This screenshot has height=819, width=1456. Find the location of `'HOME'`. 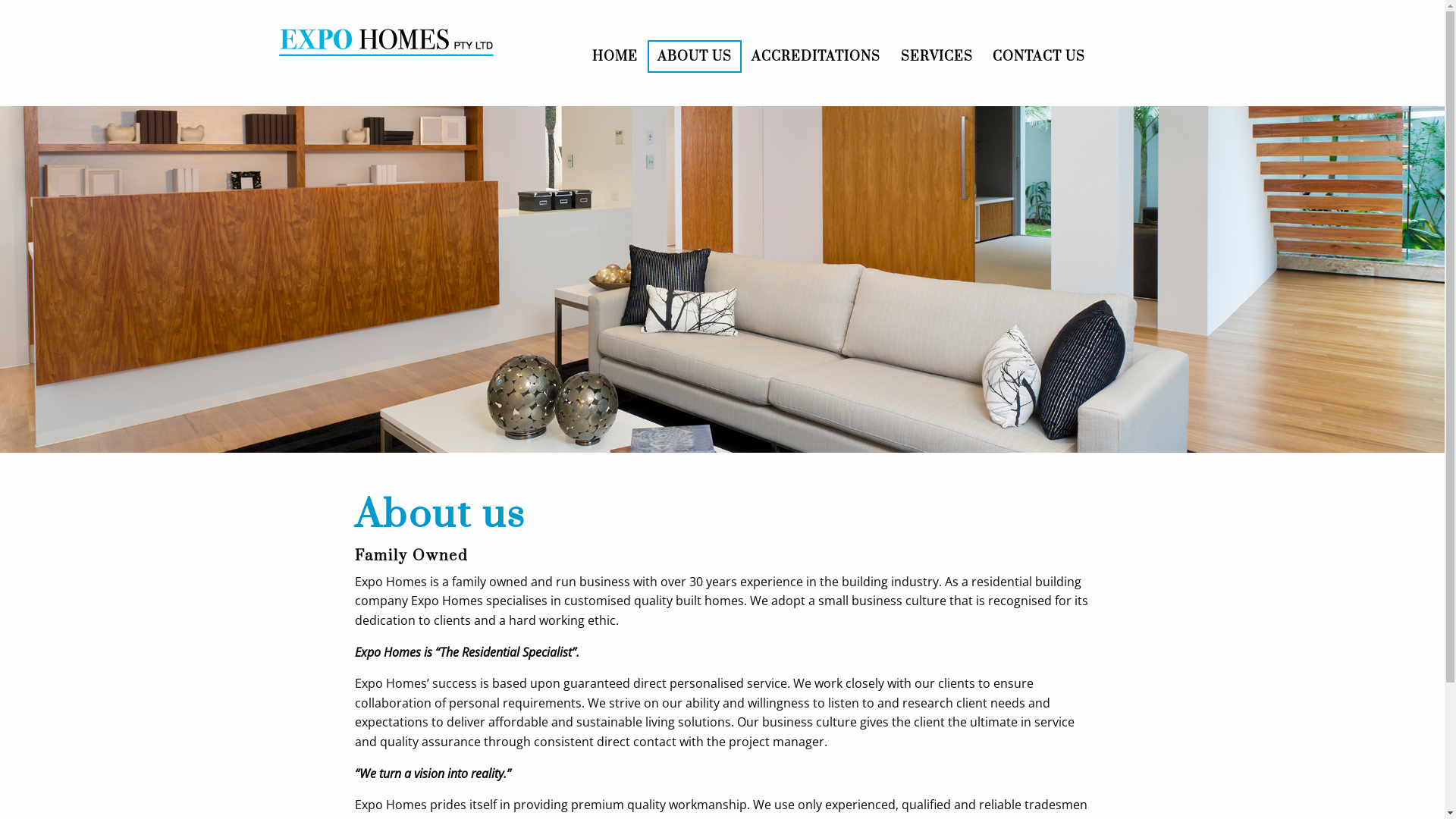

'HOME' is located at coordinates (614, 55).